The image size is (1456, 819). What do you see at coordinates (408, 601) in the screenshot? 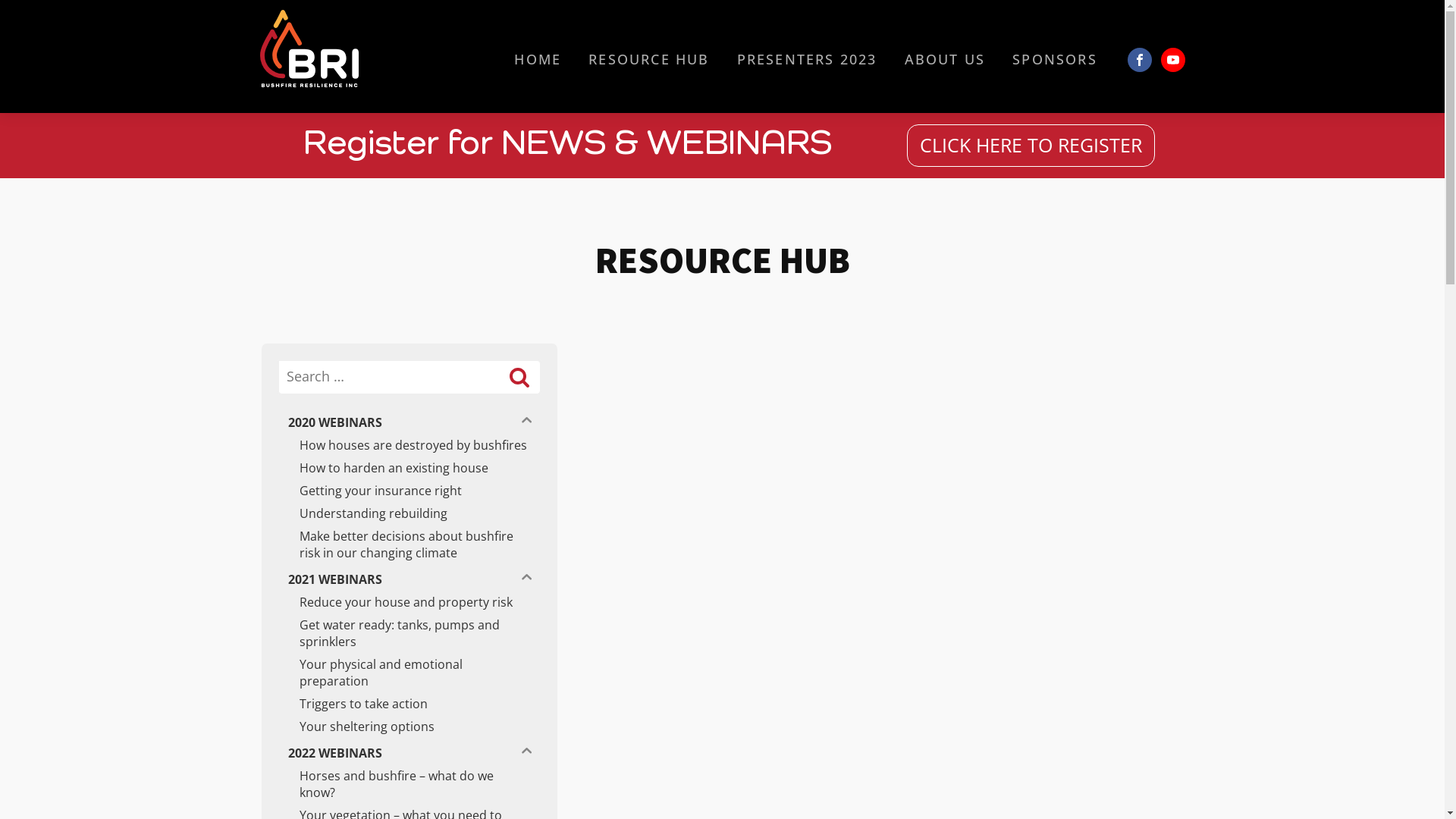
I see `'Reduce your house and property risk'` at bounding box center [408, 601].